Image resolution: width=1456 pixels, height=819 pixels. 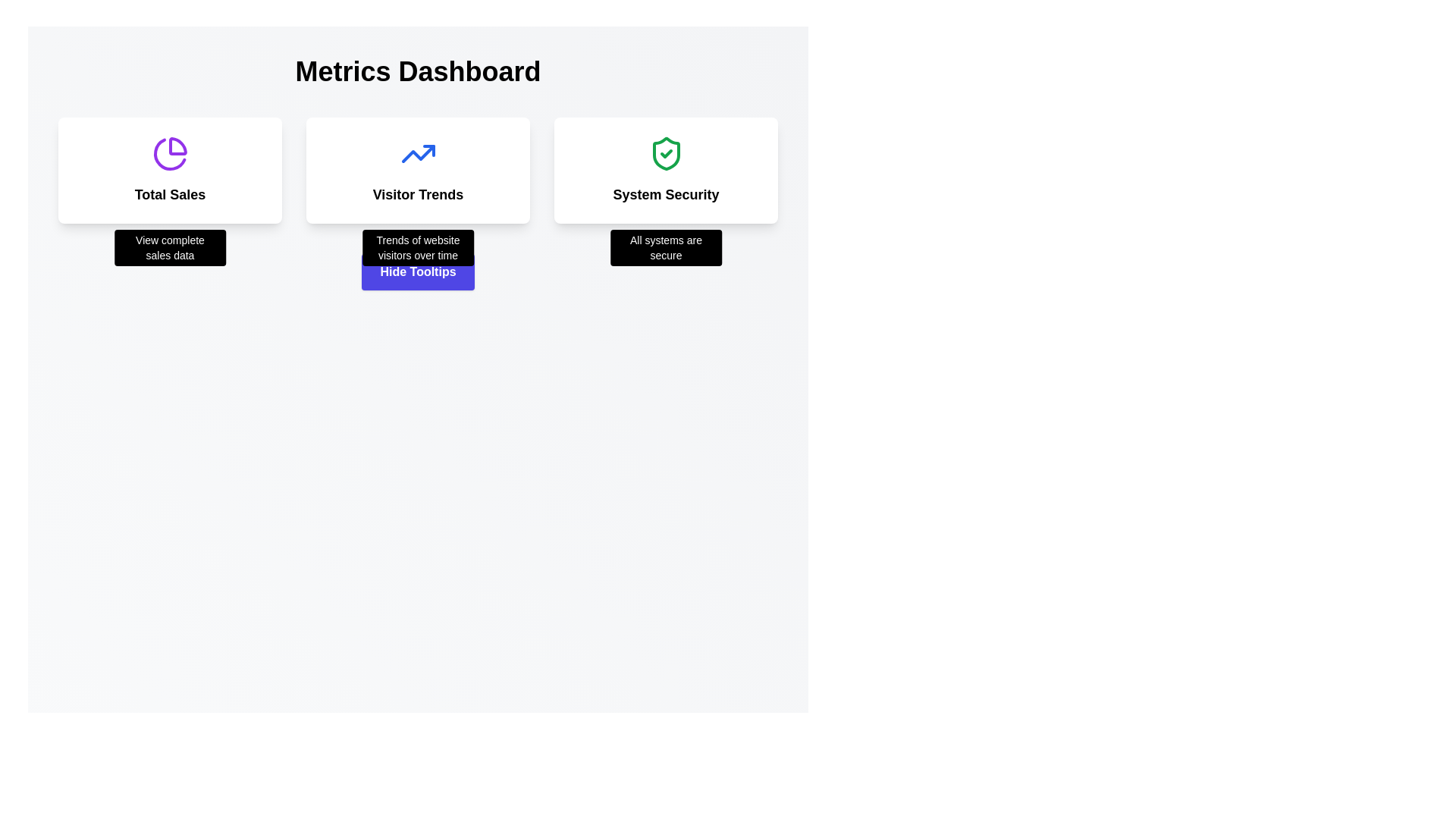 I want to click on the security status icon located above the 'System Security' text within the security indicator card on the right side of the layout, so click(x=666, y=154).